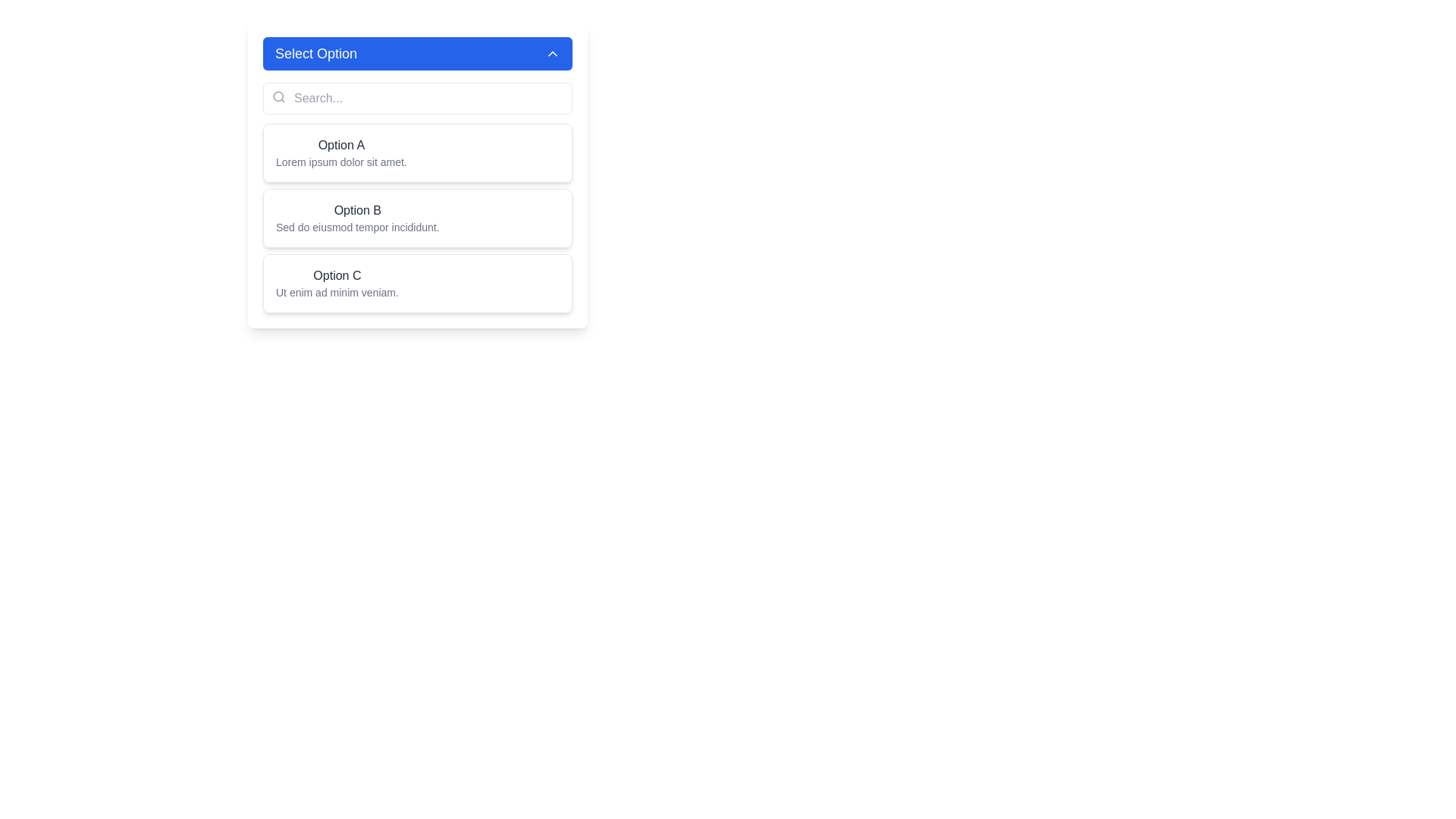 The height and width of the screenshot is (819, 1456). I want to click on the first selectable list item labeled 'Option A', so click(418, 152).